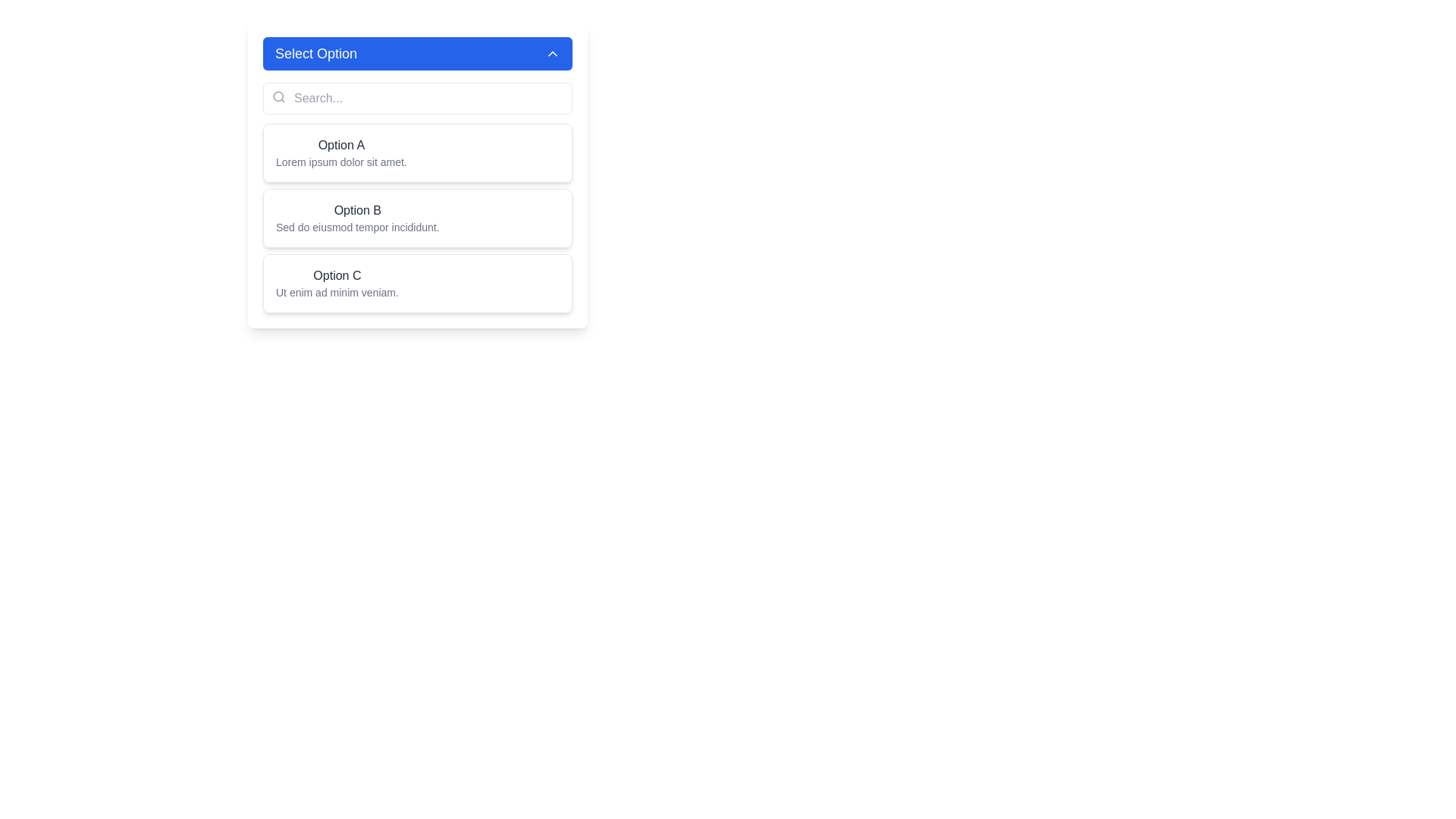 The height and width of the screenshot is (819, 1456). I want to click on the first selectable list item labeled 'Option A', so click(418, 152).